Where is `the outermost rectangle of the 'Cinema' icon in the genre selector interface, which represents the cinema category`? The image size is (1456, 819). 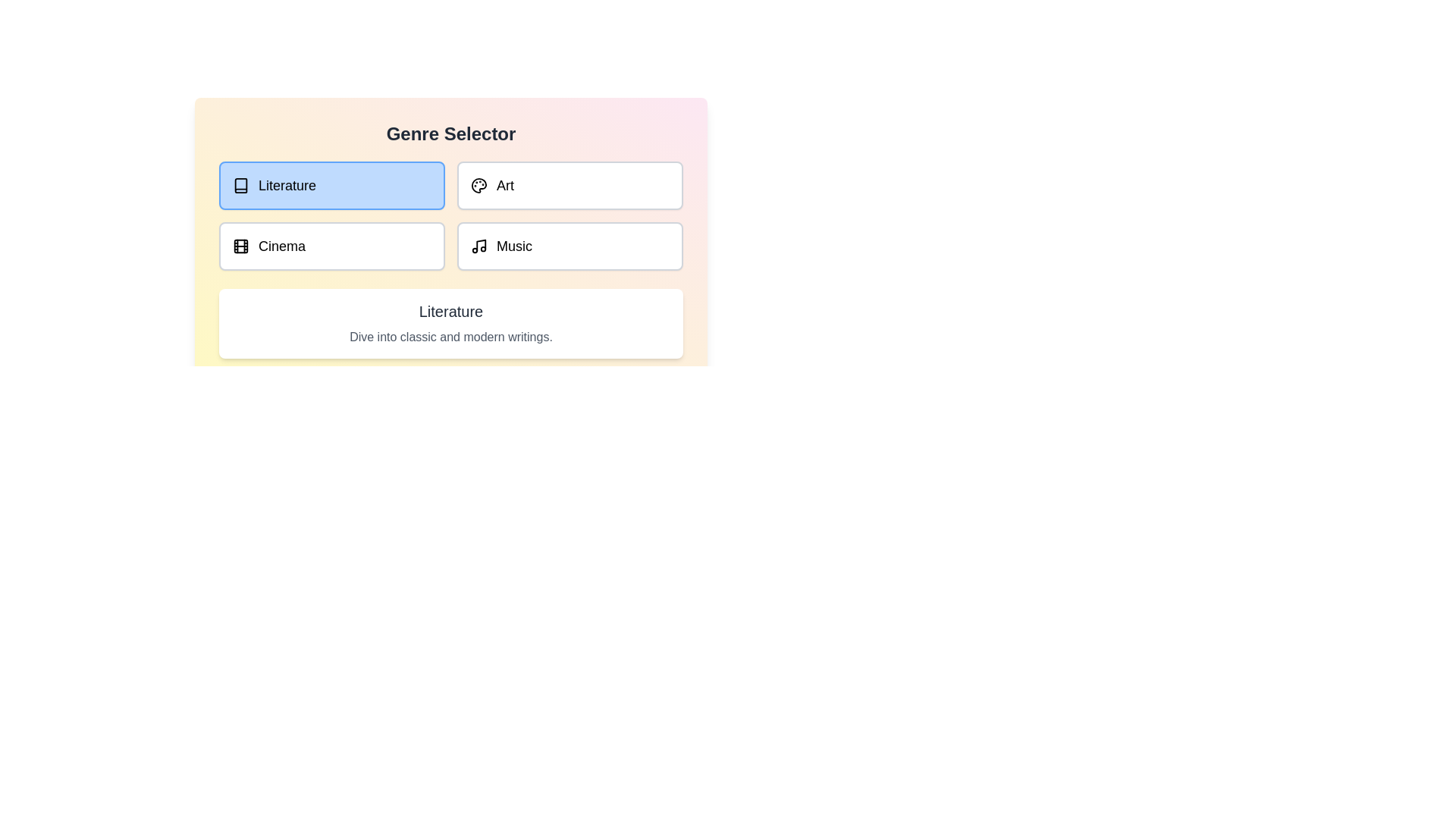
the outermost rectangle of the 'Cinema' icon in the genre selector interface, which represents the cinema category is located at coordinates (240, 245).